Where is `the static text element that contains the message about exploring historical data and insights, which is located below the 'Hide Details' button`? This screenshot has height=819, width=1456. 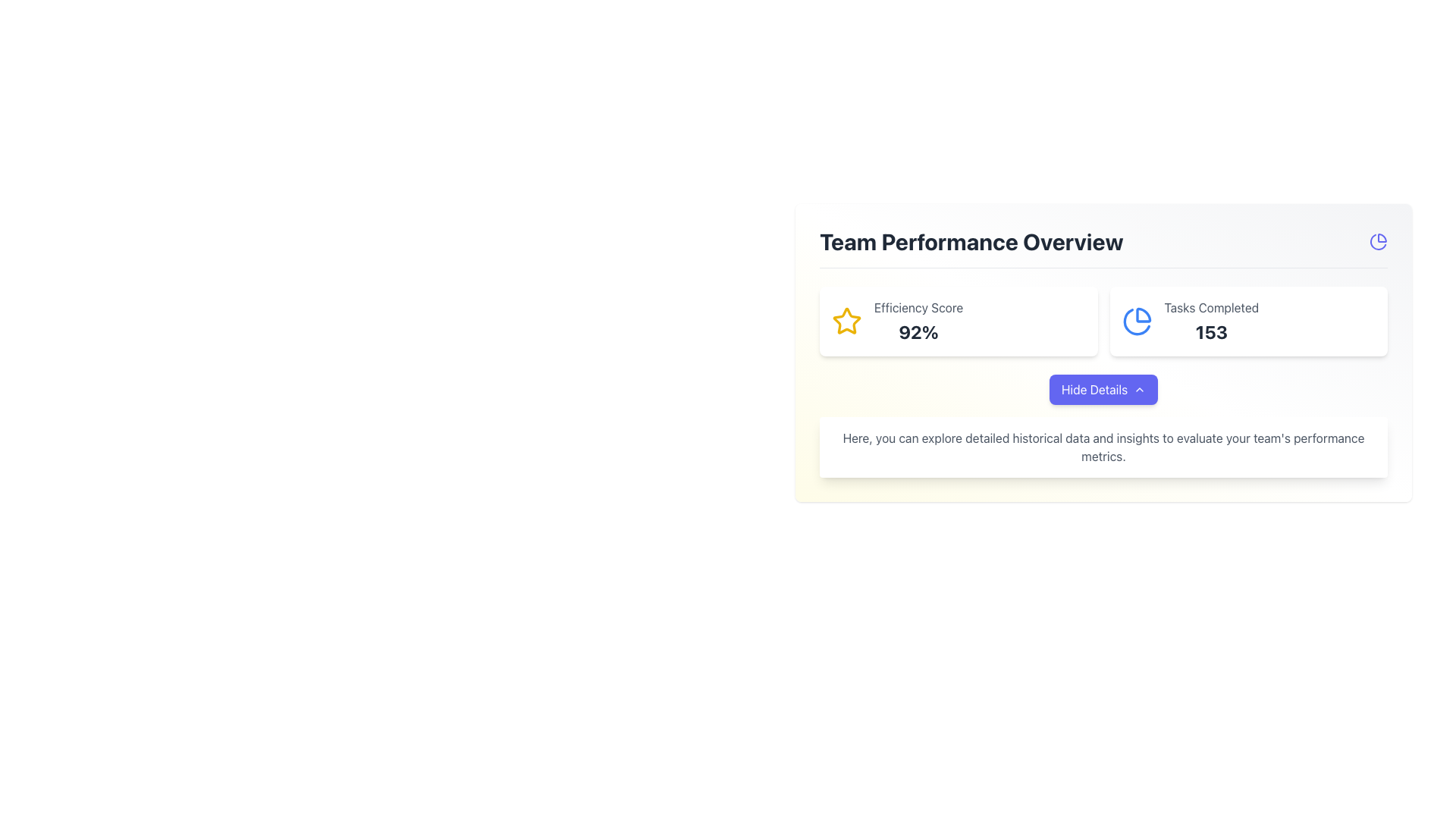 the static text element that contains the message about exploring historical data and insights, which is located below the 'Hide Details' button is located at coordinates (1103, 447).